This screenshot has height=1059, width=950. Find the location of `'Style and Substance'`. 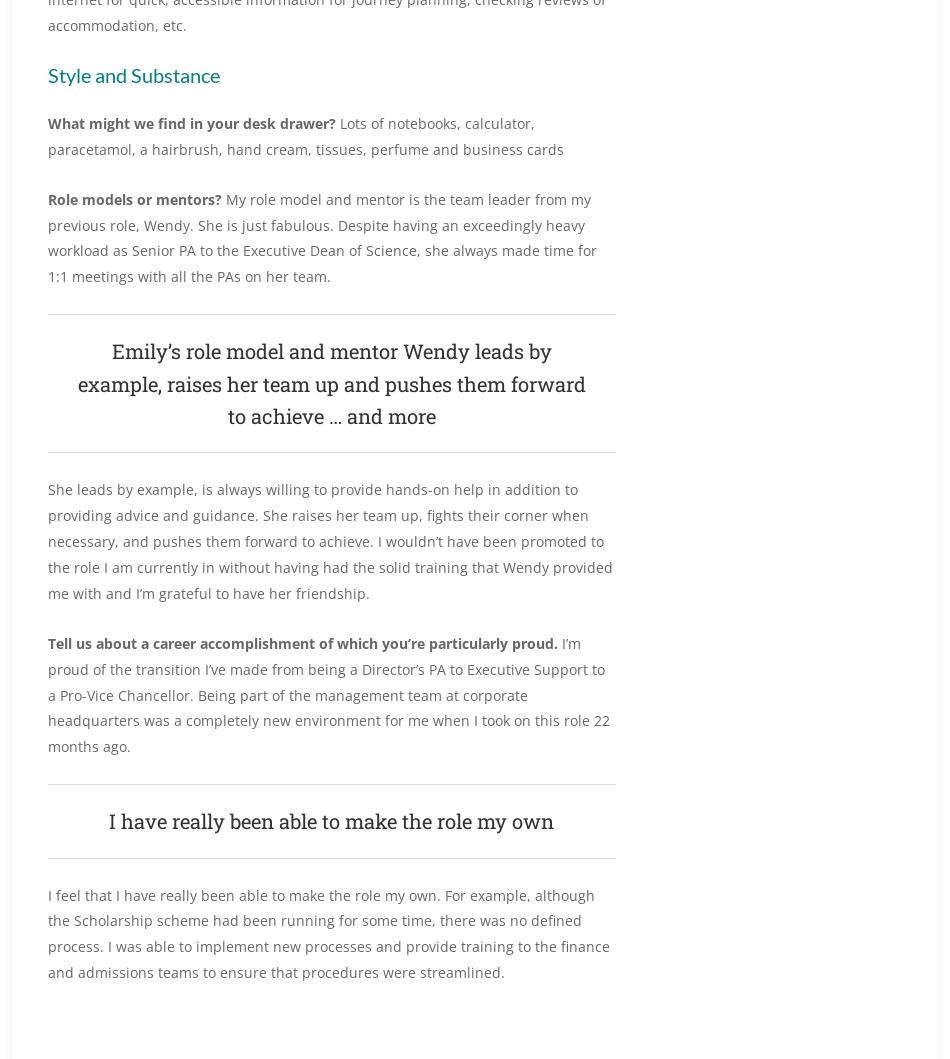

'Style and Substance' is located at coordinates (134, 74).